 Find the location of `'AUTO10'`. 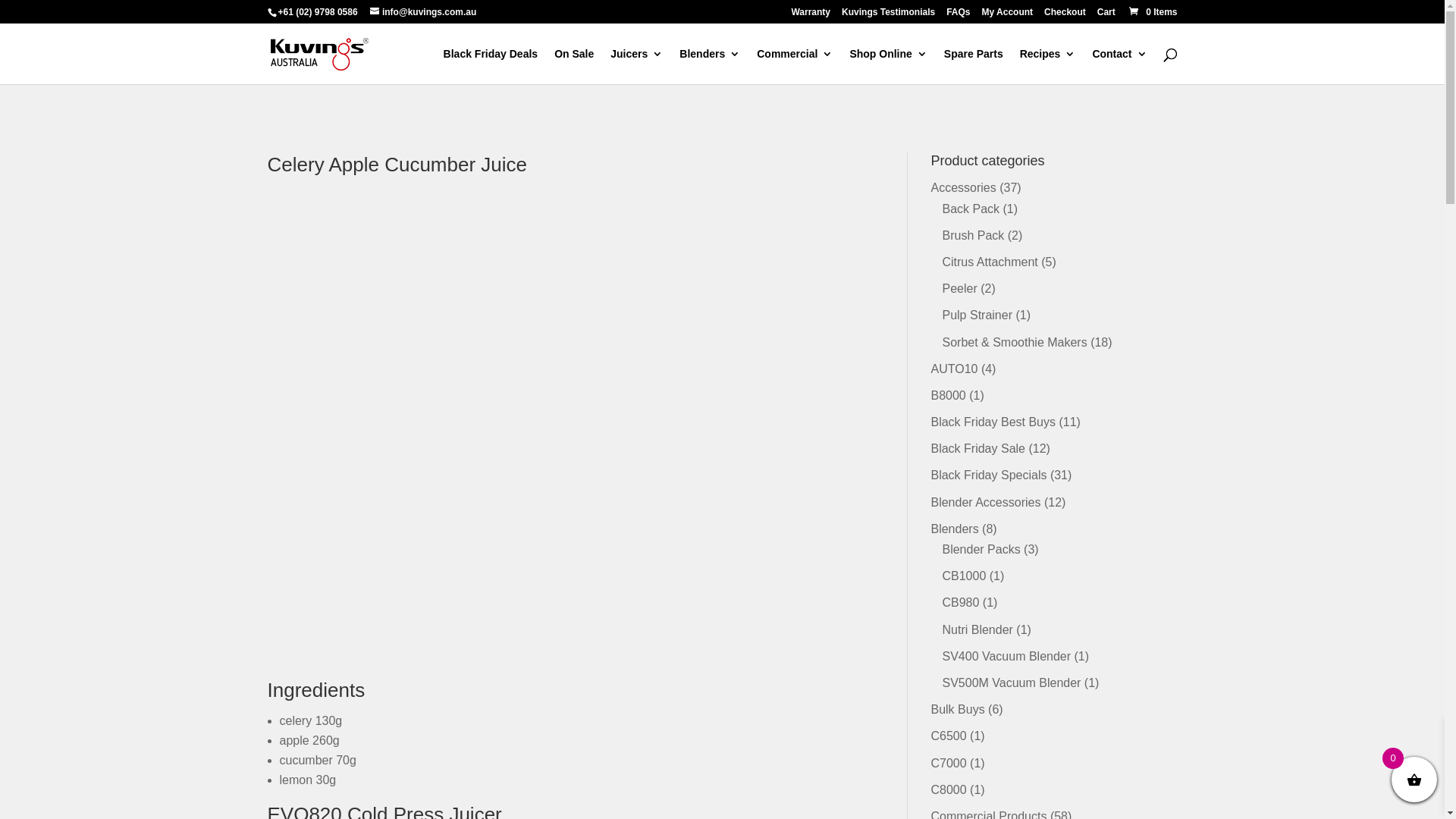

'AUTO10' is located at coordinates (952, 369).